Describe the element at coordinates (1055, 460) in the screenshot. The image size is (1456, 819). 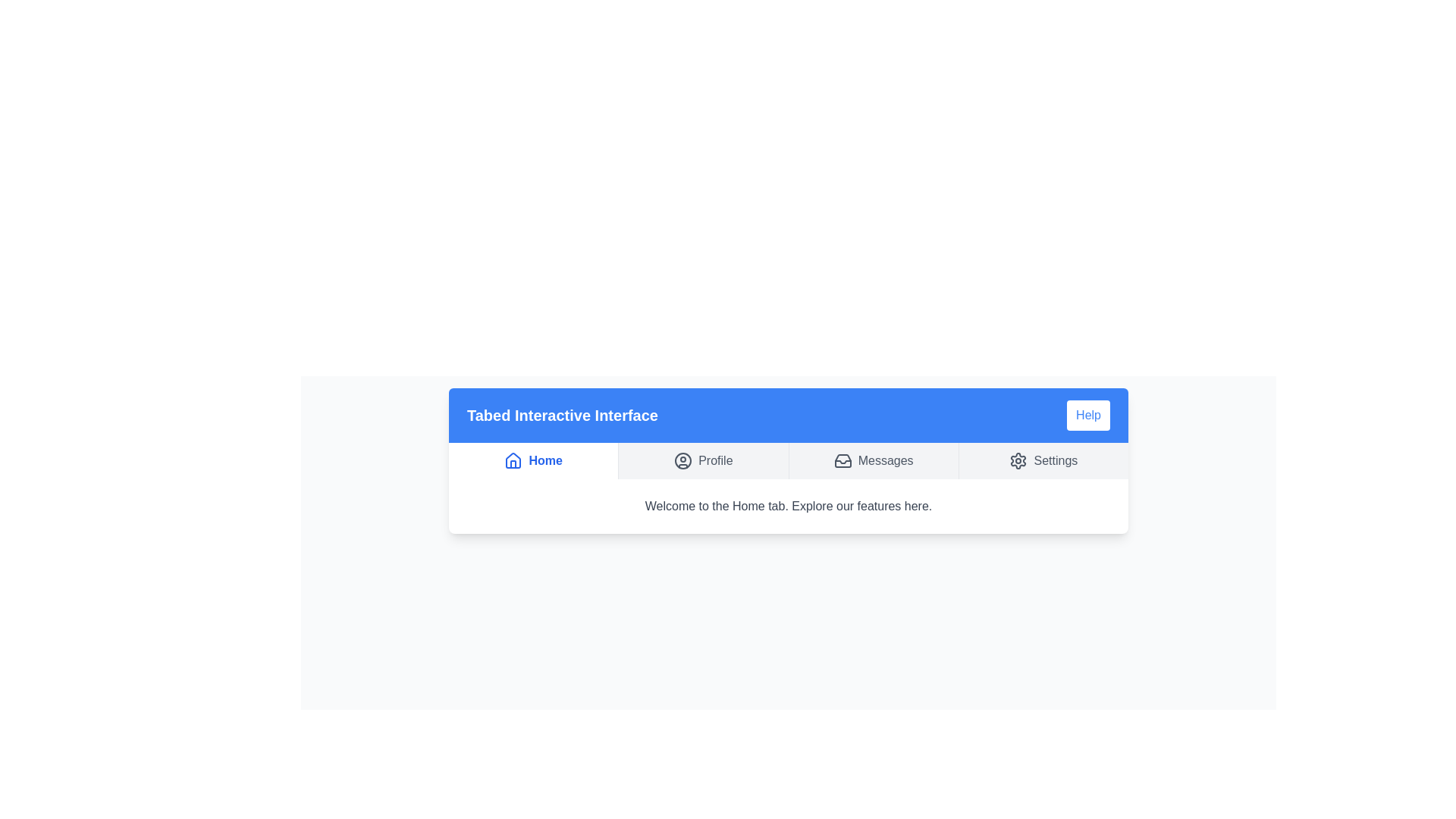
I see `the 'Settings' text label located at the far right of the horizontal navigation toolbar, next to the gear icon` at that location.